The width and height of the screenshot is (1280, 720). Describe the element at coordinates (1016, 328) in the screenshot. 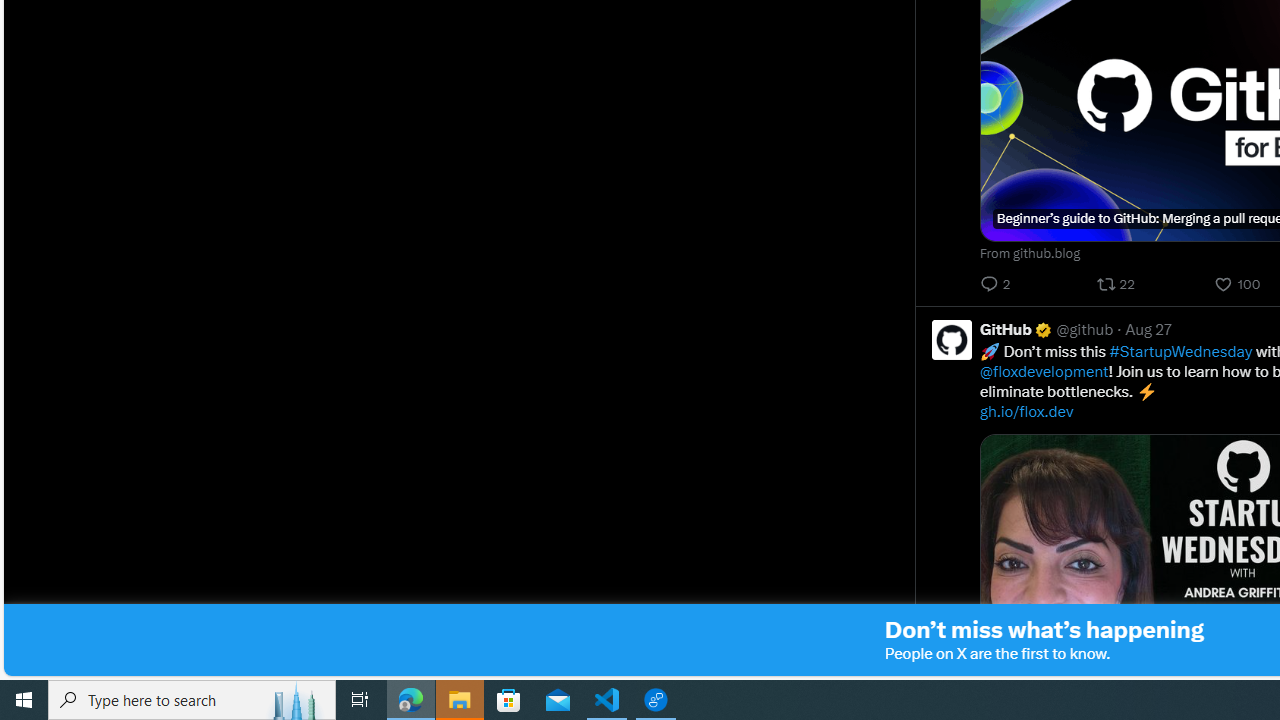

I see `'GitHub Verified account'` at that location.